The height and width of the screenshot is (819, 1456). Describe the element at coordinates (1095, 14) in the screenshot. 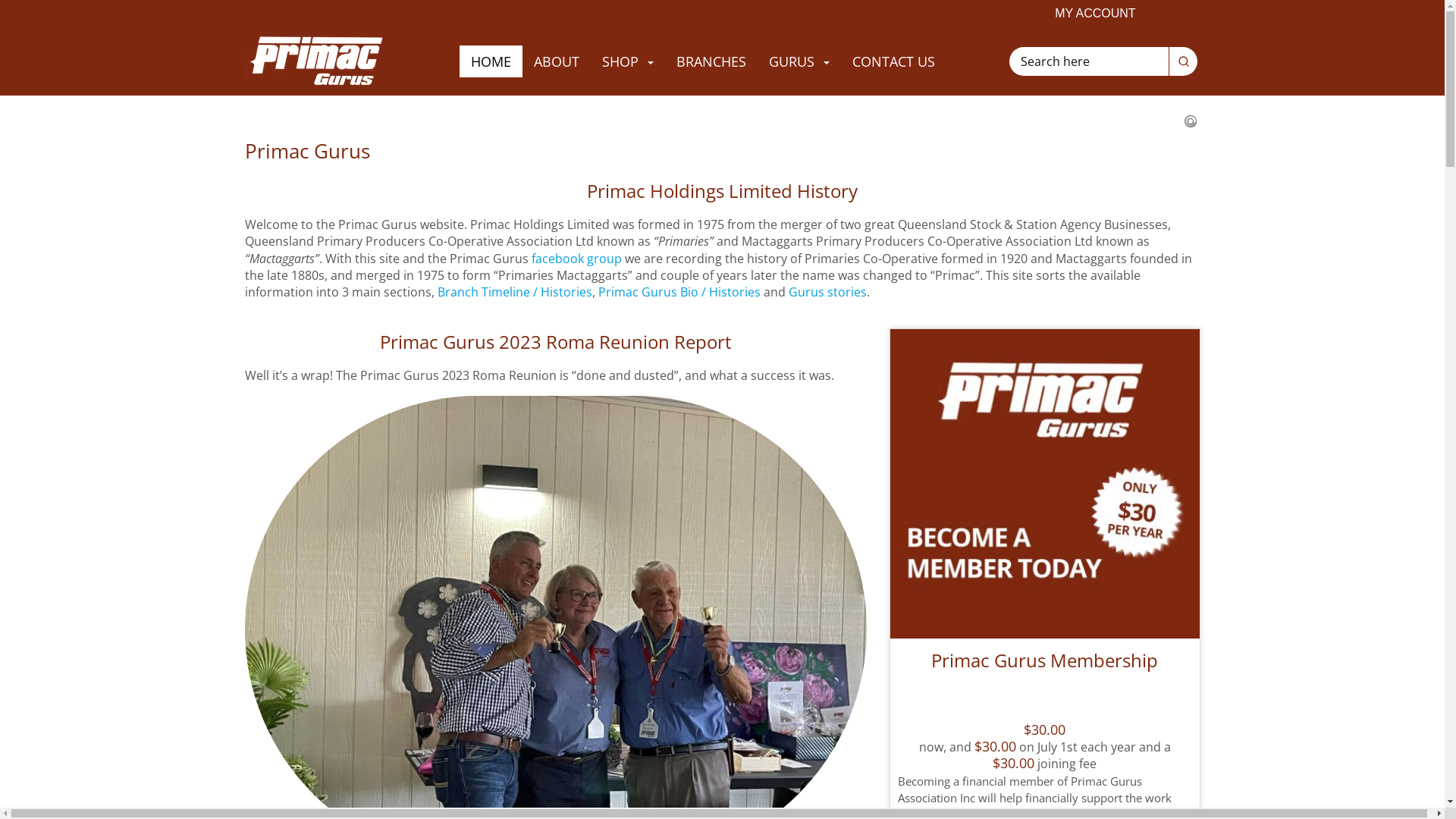

I see `'MY ACCOUNT'` at that location.